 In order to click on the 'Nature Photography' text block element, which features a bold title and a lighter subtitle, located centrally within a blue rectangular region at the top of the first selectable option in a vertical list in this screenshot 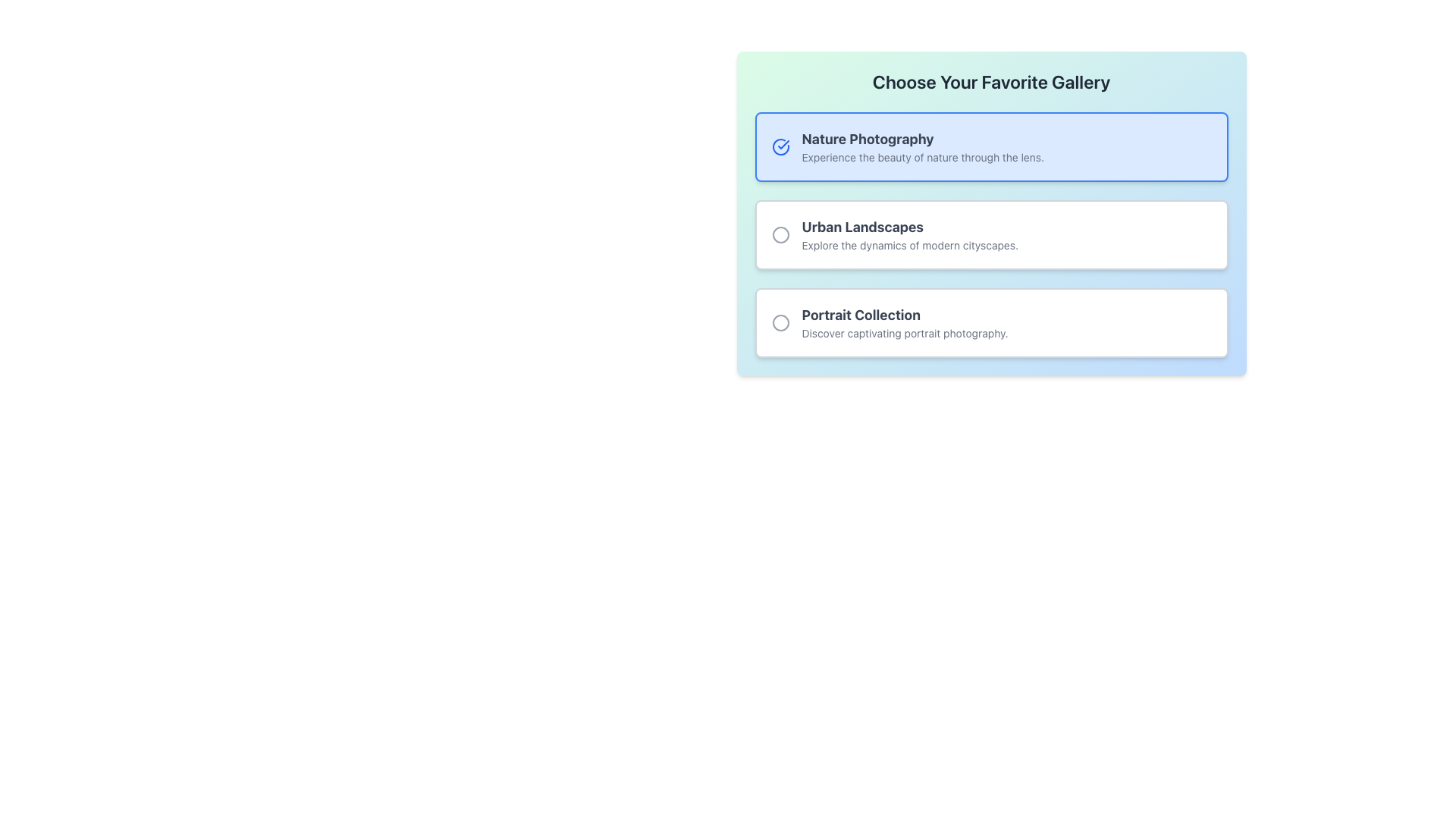, I will do `click(922, 146)`.